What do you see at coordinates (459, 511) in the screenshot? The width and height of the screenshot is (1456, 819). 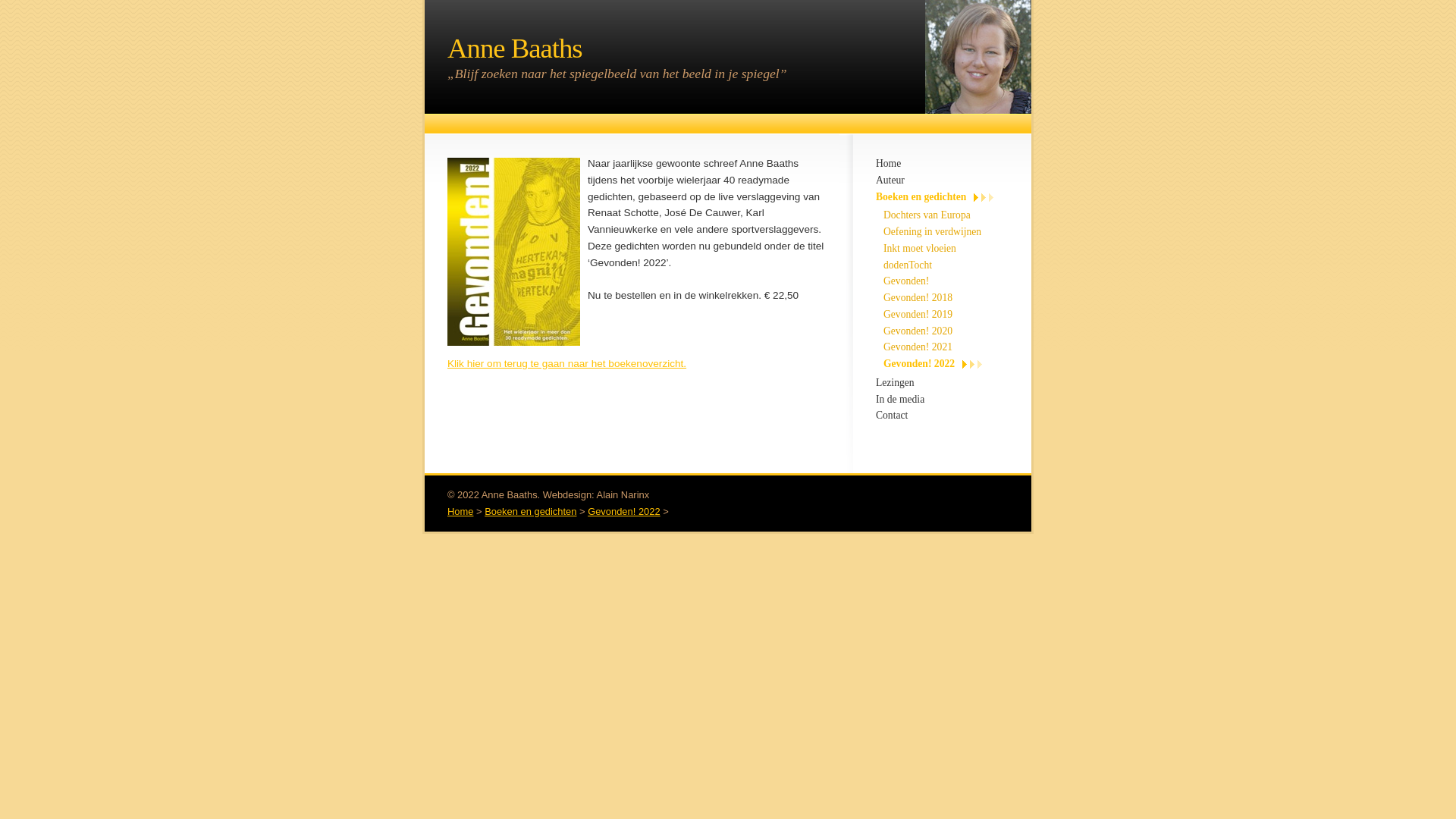 I see `'Home'` at bounding box center [459, 511].